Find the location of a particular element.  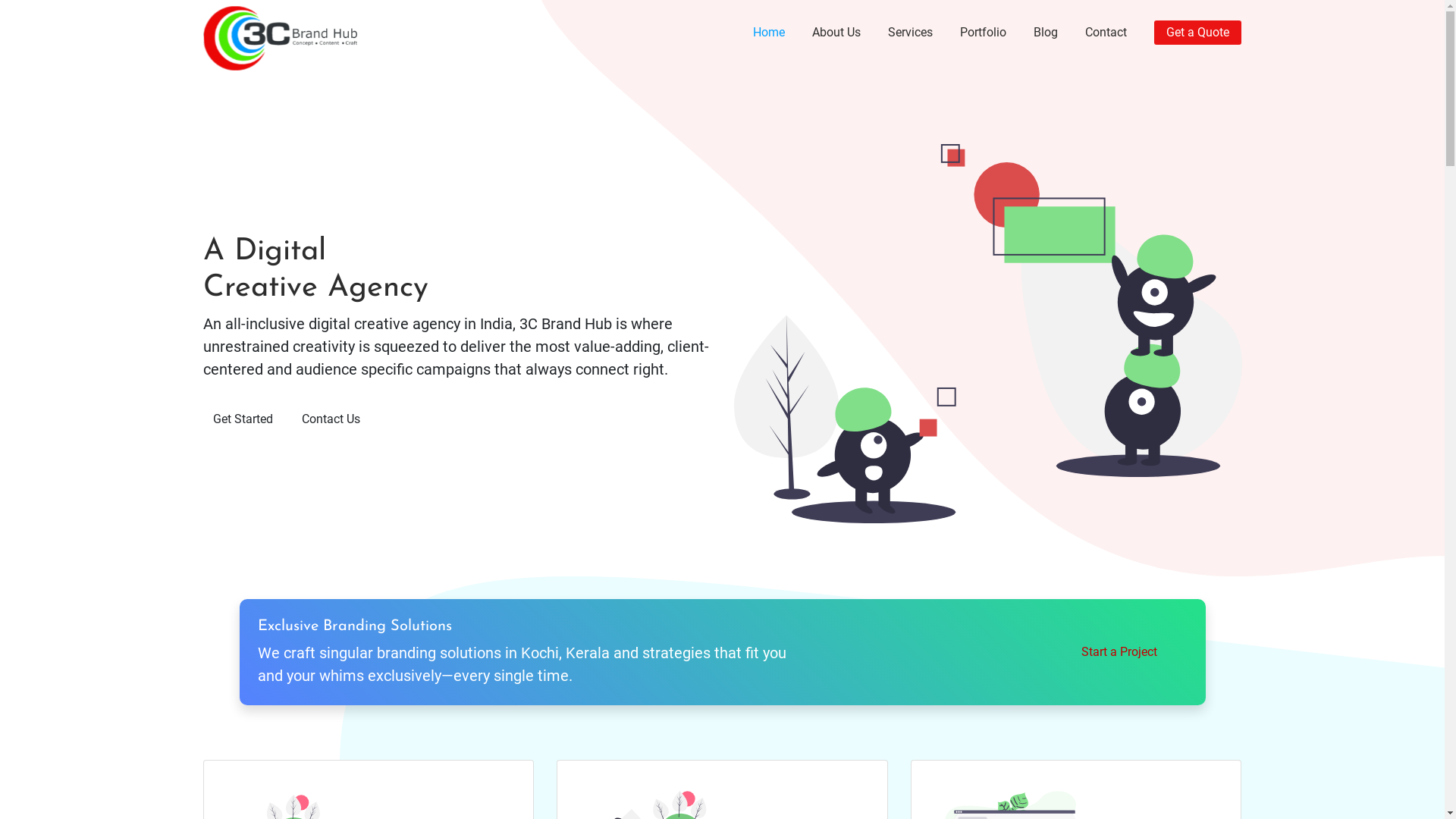

'About Us' is located at coordinates (811, 32).